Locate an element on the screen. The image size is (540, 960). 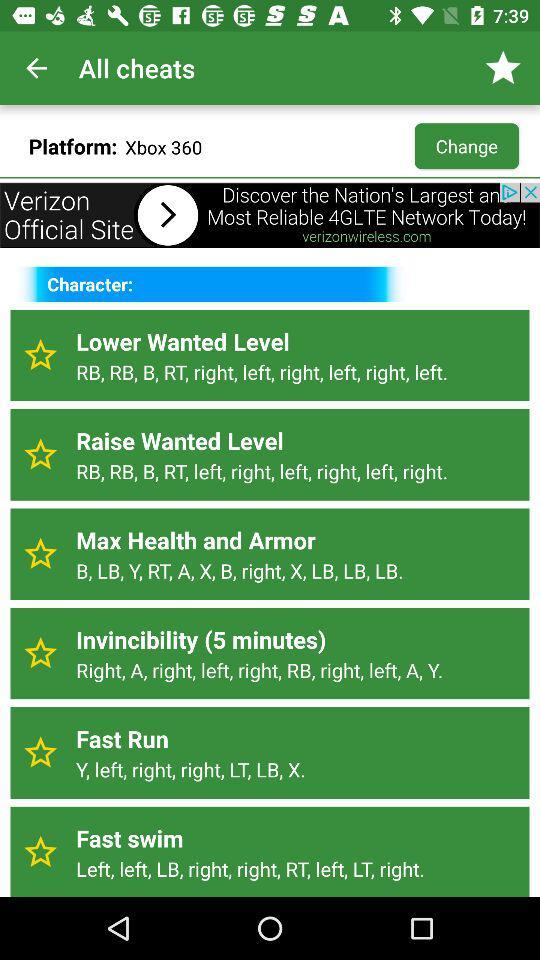
the star icon is located at coordinates (40, 851).